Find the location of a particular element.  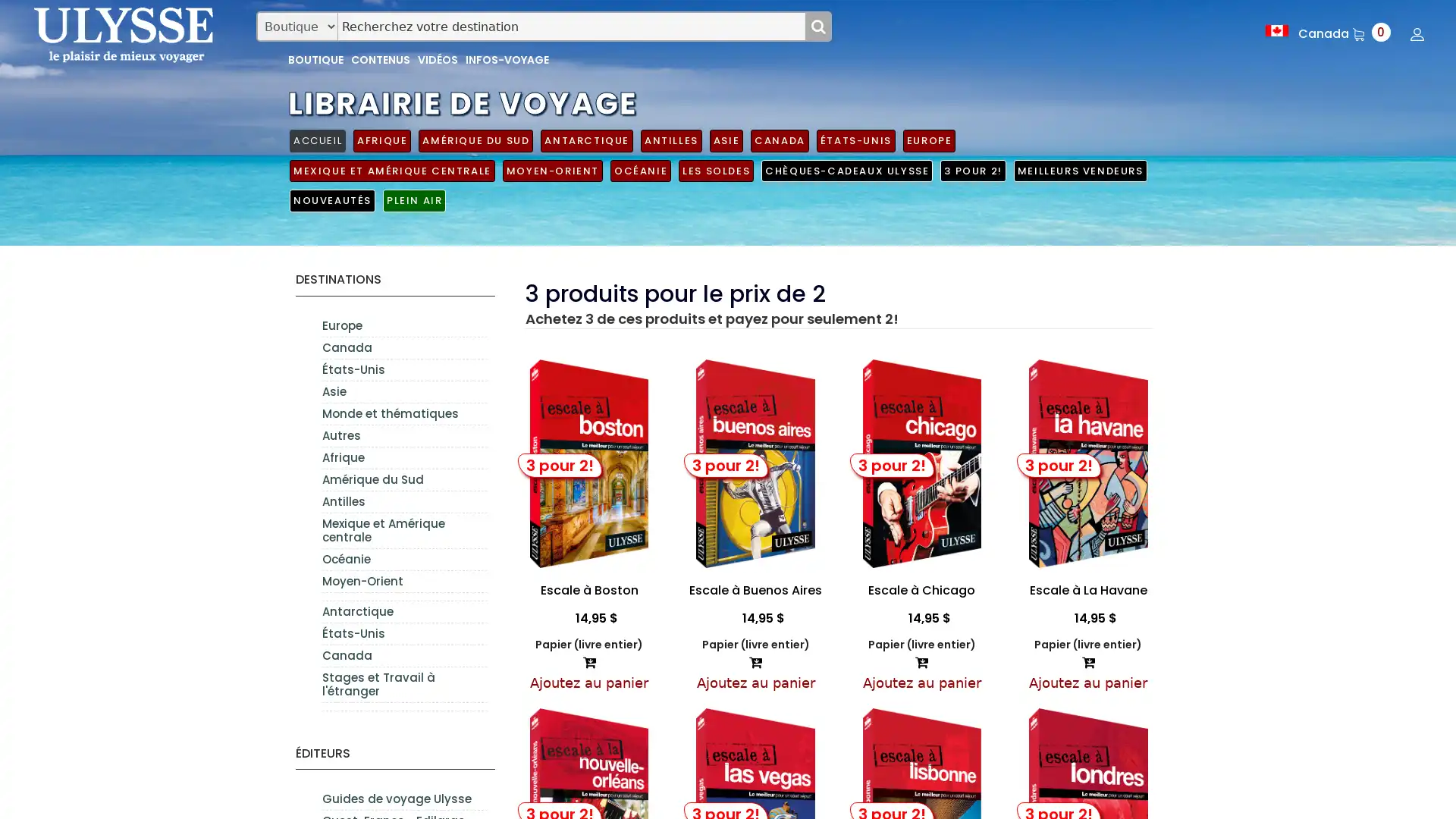

NOUVEAUTES is located at coordinates (331, 199).